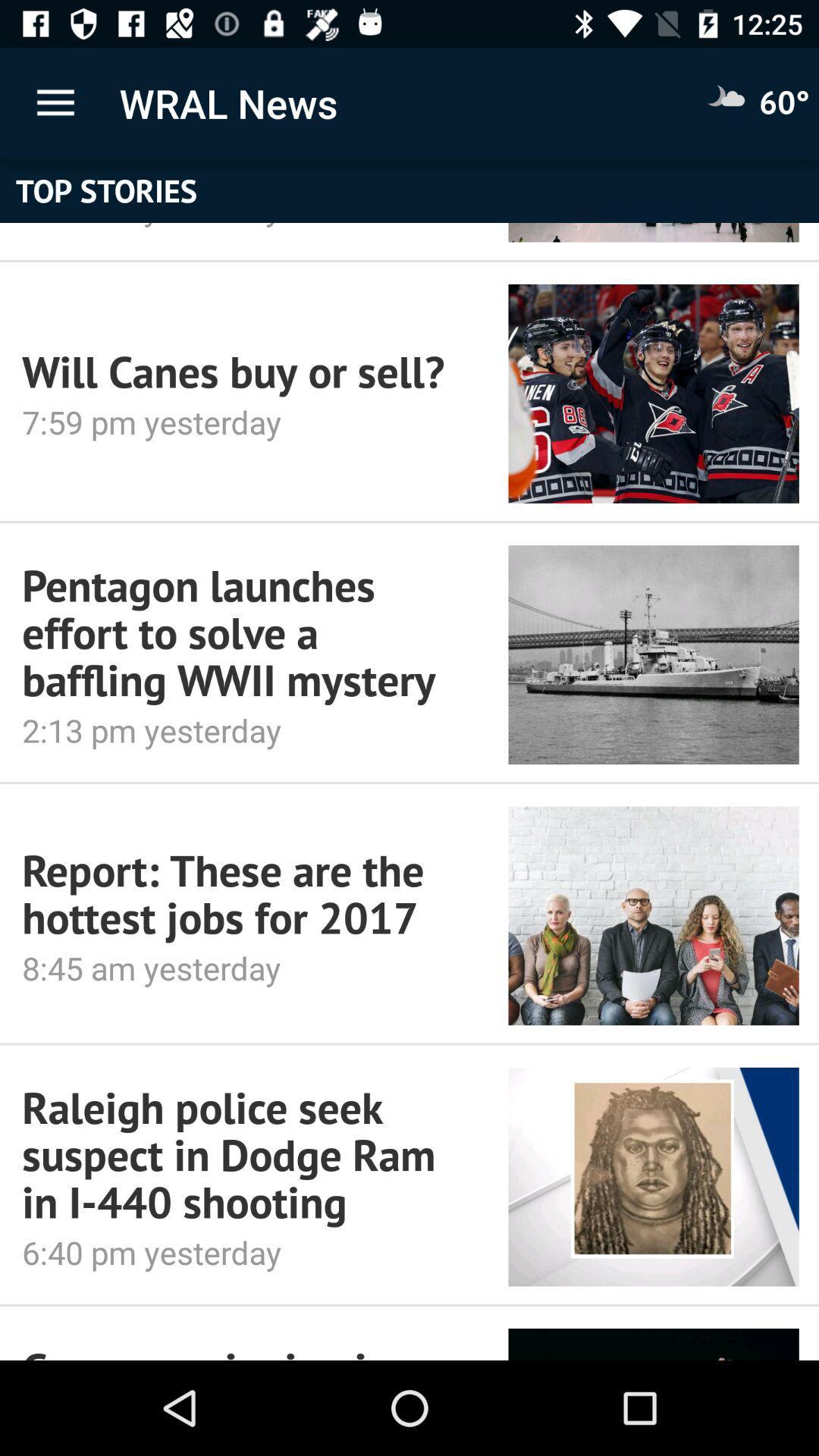  Describe the element at coordinates (409, 190) in the screenshot. I see `top stories` at that location.